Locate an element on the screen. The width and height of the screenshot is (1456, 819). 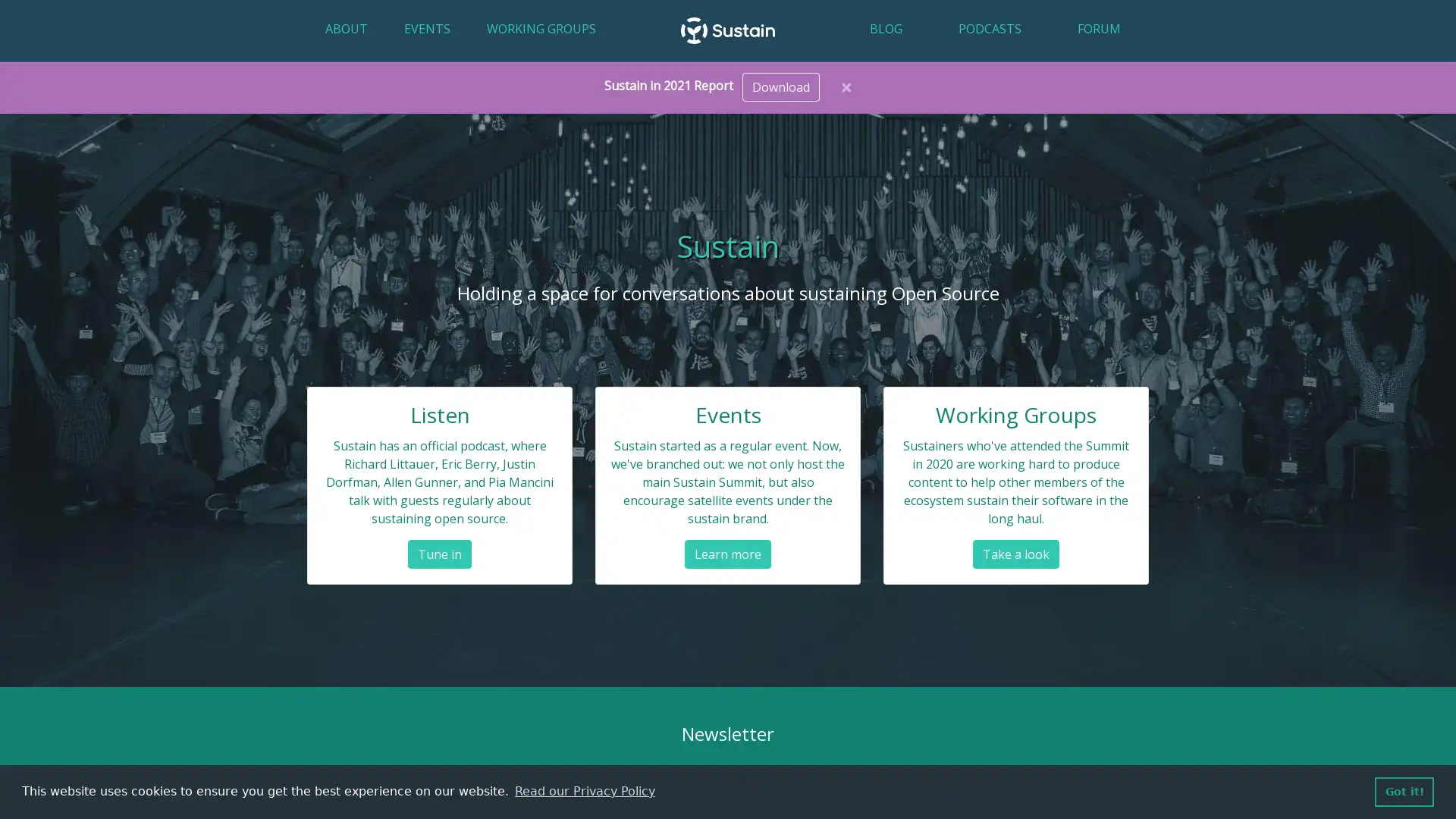
dismiss cookie message is located at coordinates (1404, 791).